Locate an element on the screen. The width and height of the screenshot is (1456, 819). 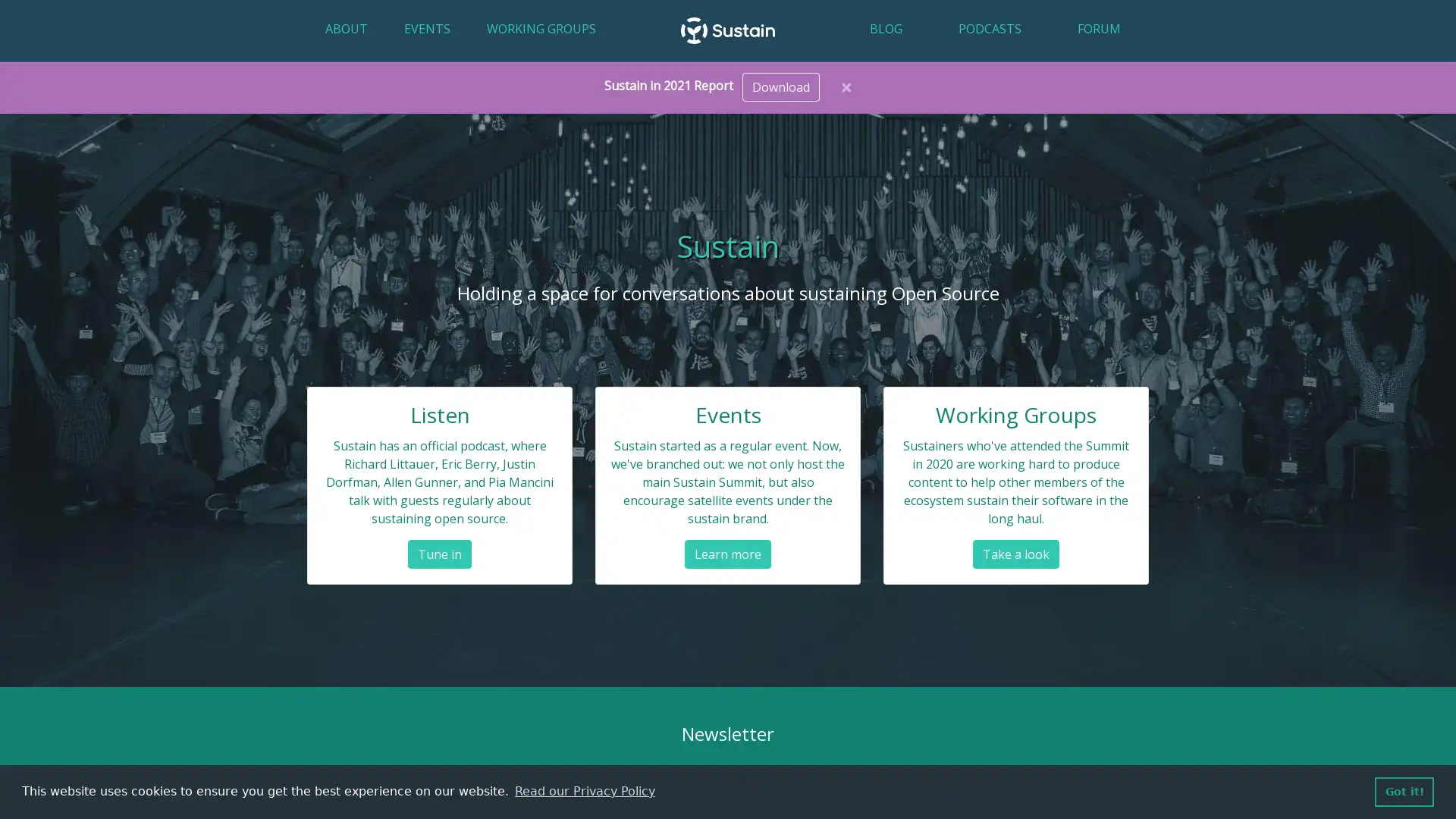
dismiss cookie message is located at coordinates (1404, 791).